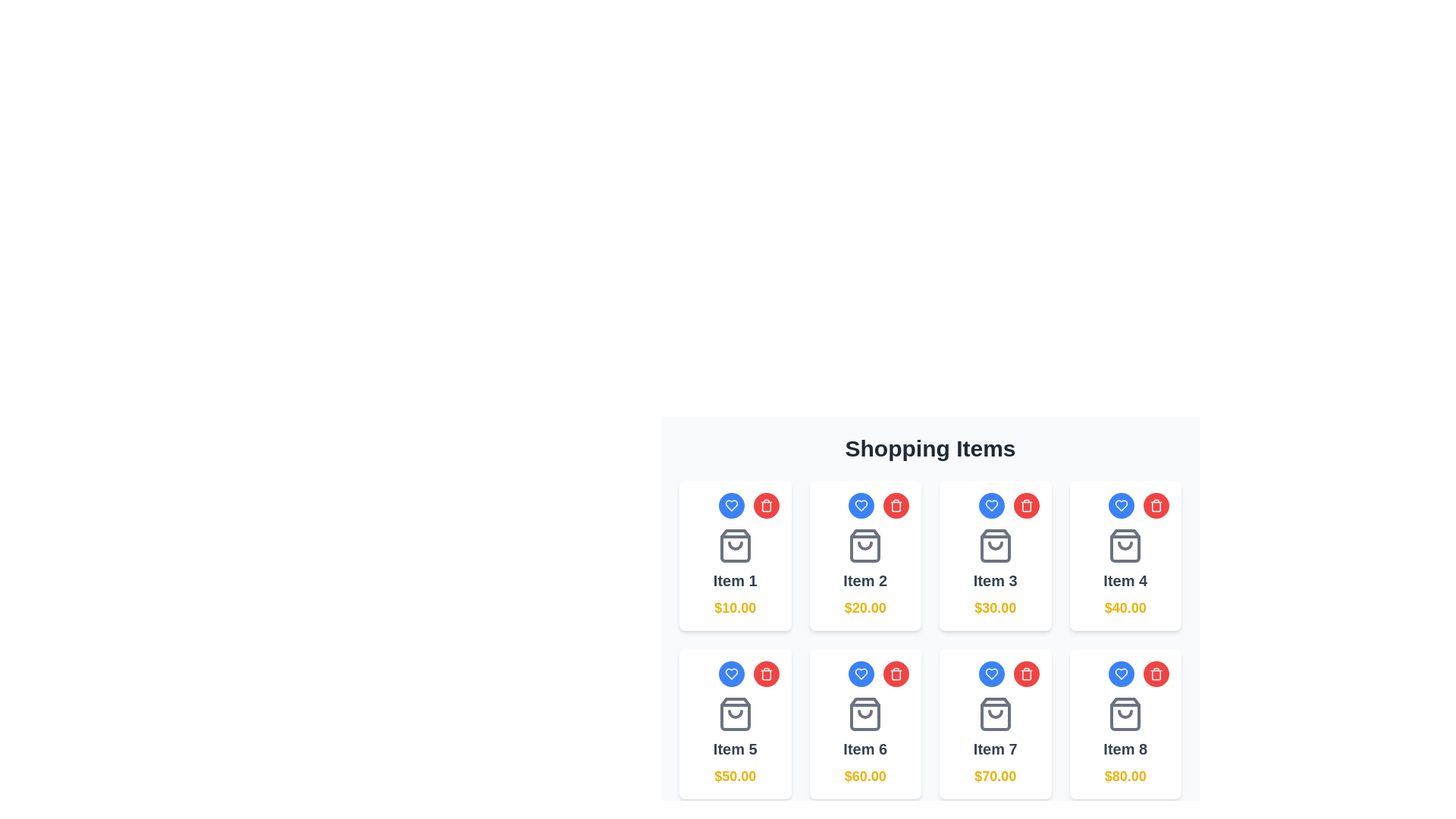 This screenshot has height=819, width=1456. I want to click on the favorite button located at the top-right of Item 7's card, so click(991, 673).